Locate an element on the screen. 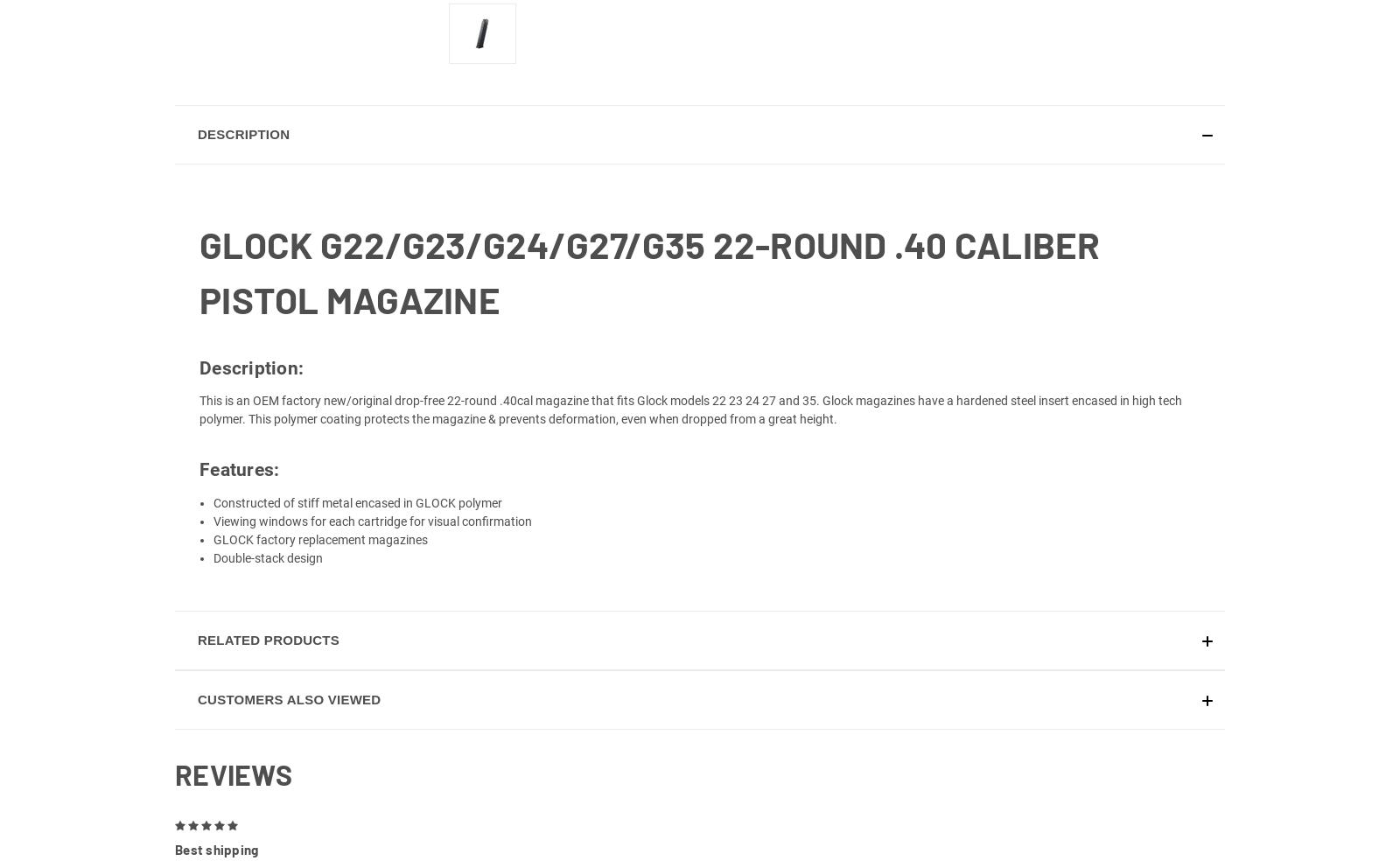 This screenshot has width=1400, height=861. 'Description:' is located at coordinates (251, 388).